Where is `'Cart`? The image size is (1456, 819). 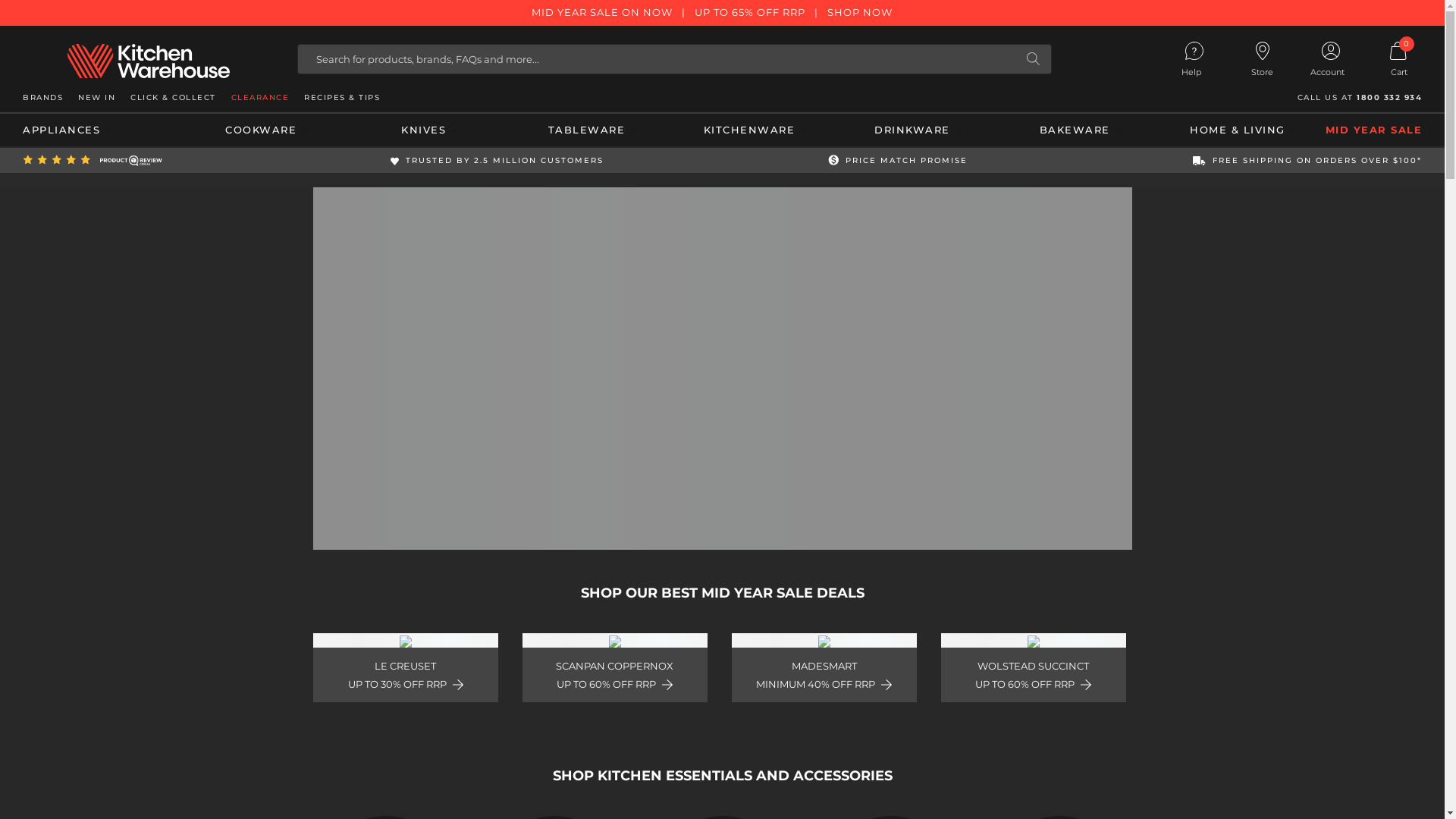
'Cart is located at coordinates (1365, 58).